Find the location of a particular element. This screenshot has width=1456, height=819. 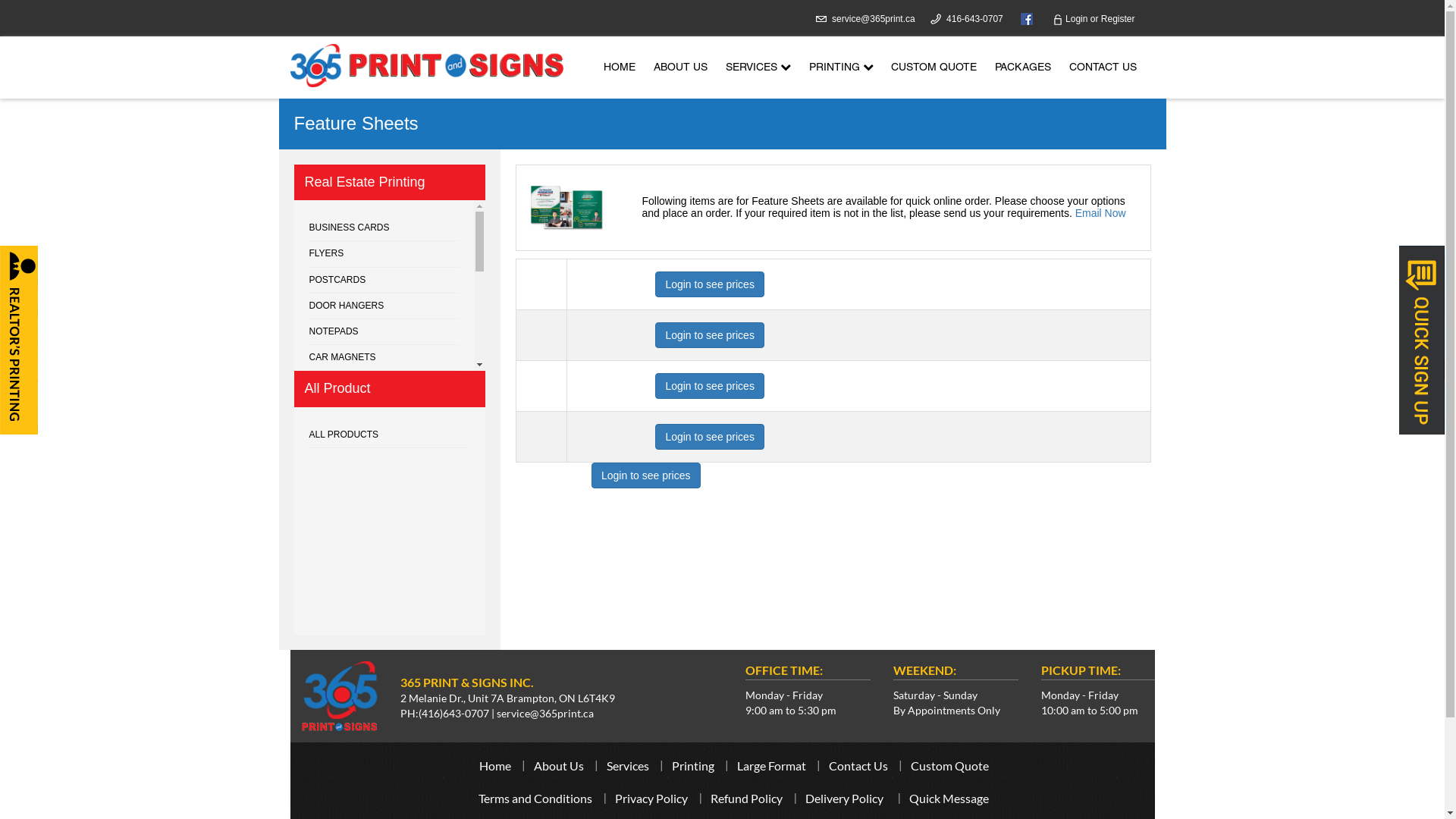

'Services' is located at coordinates (628, 765).